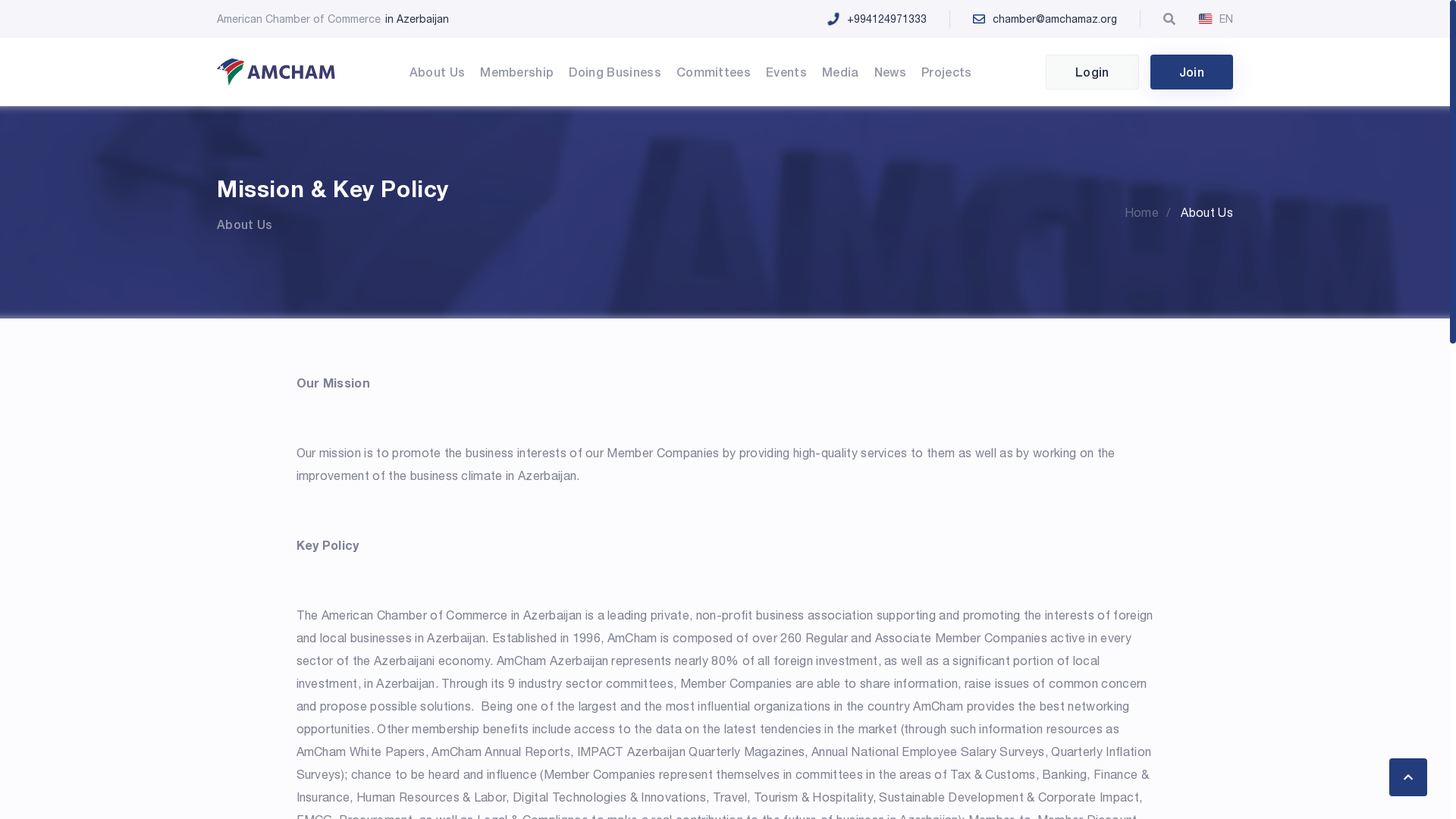 This screenshot has height=819, width=1456. I want to click on 'chamber@amchamaz.org', so click(1067, 18).